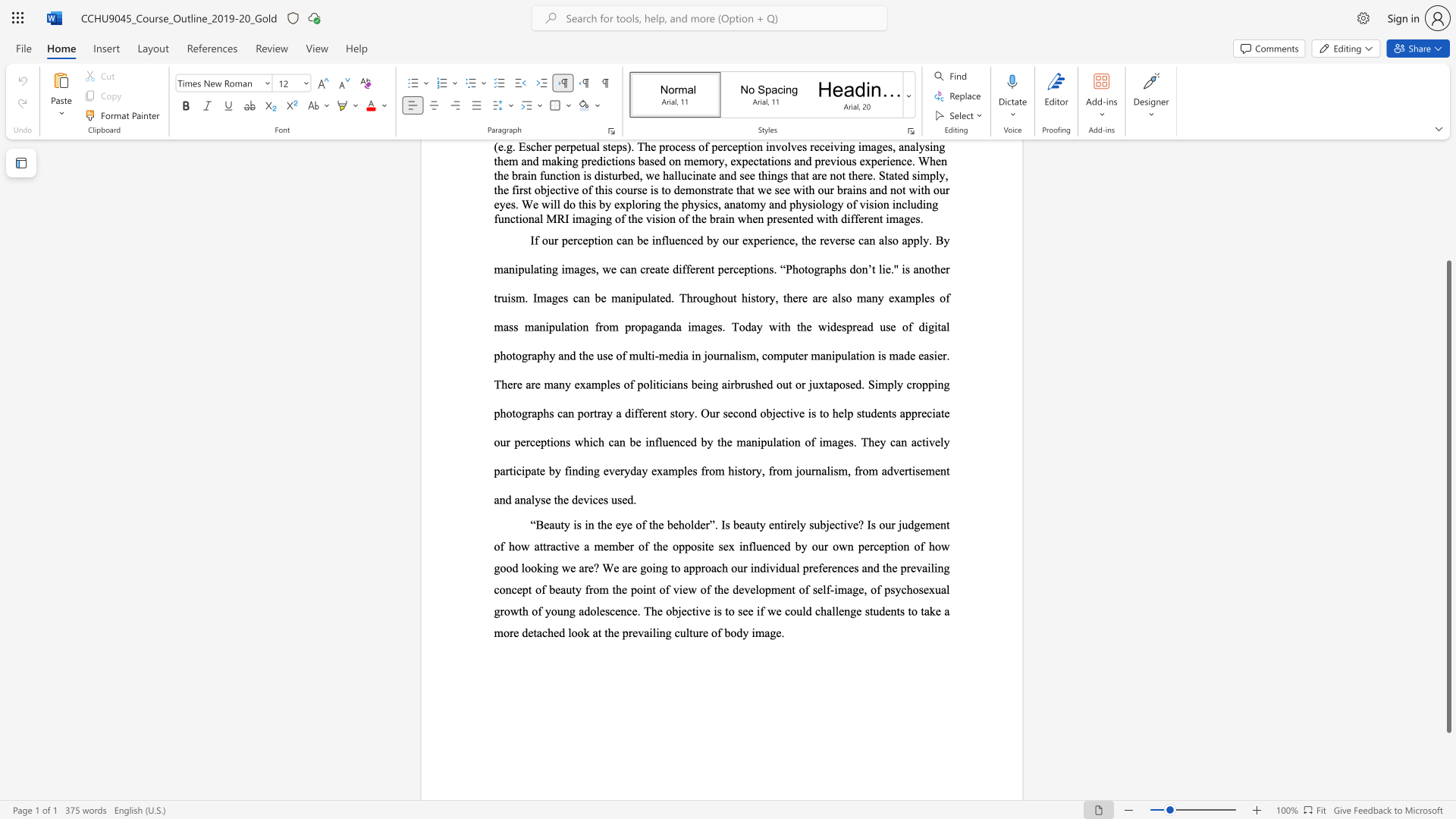 The height and width of the screenshot is (819, 1456). Describe the element at coordinates (1448, 497) in the screenshot. I see `the scrollbar and move down 90 pixels` at that location.